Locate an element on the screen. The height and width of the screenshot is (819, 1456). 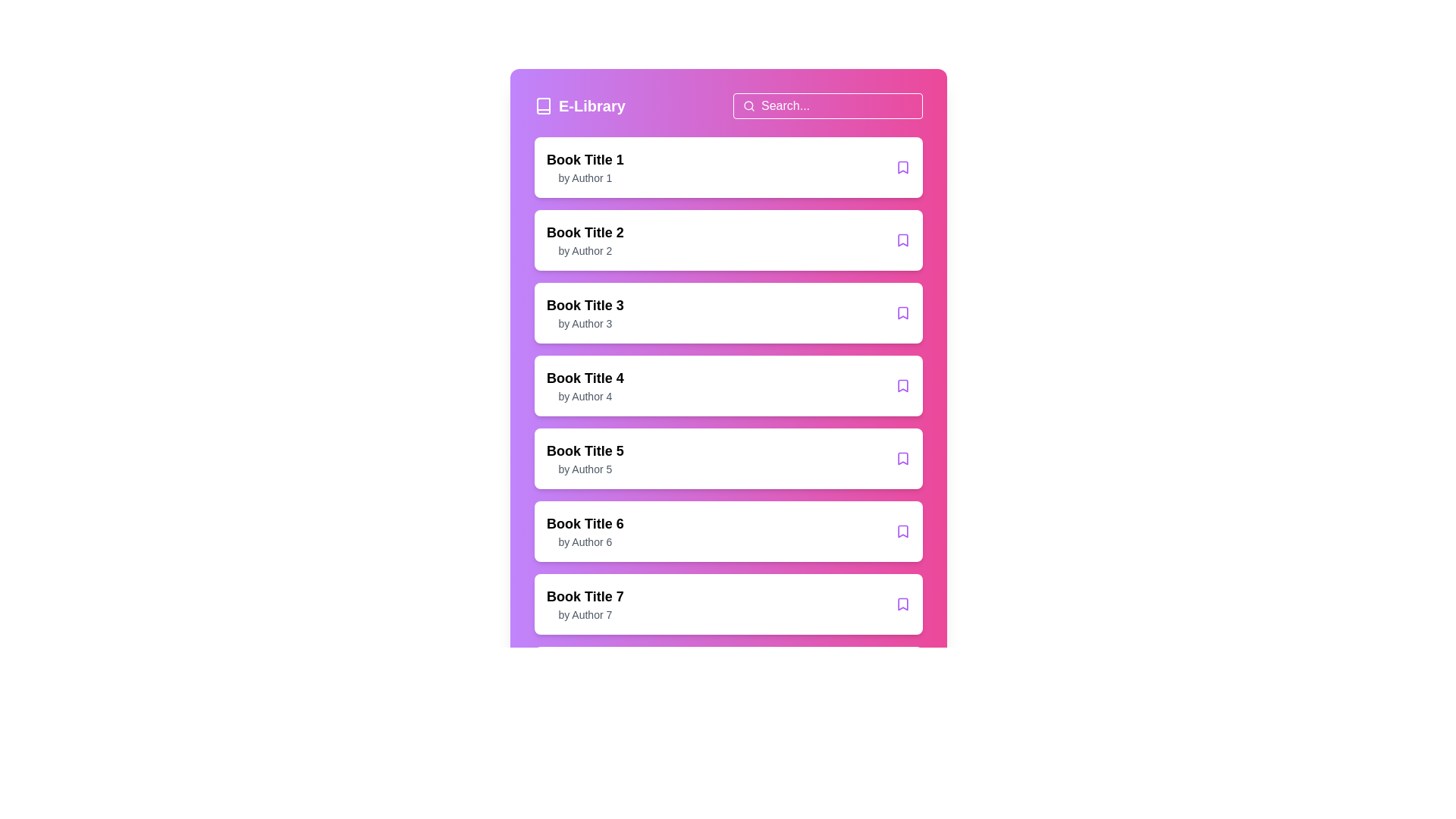
the text label displaying 'by Author 4' located below 'Book Title 4' in the fourth entry of the E-Library interface is located at coordinates (584, 396).